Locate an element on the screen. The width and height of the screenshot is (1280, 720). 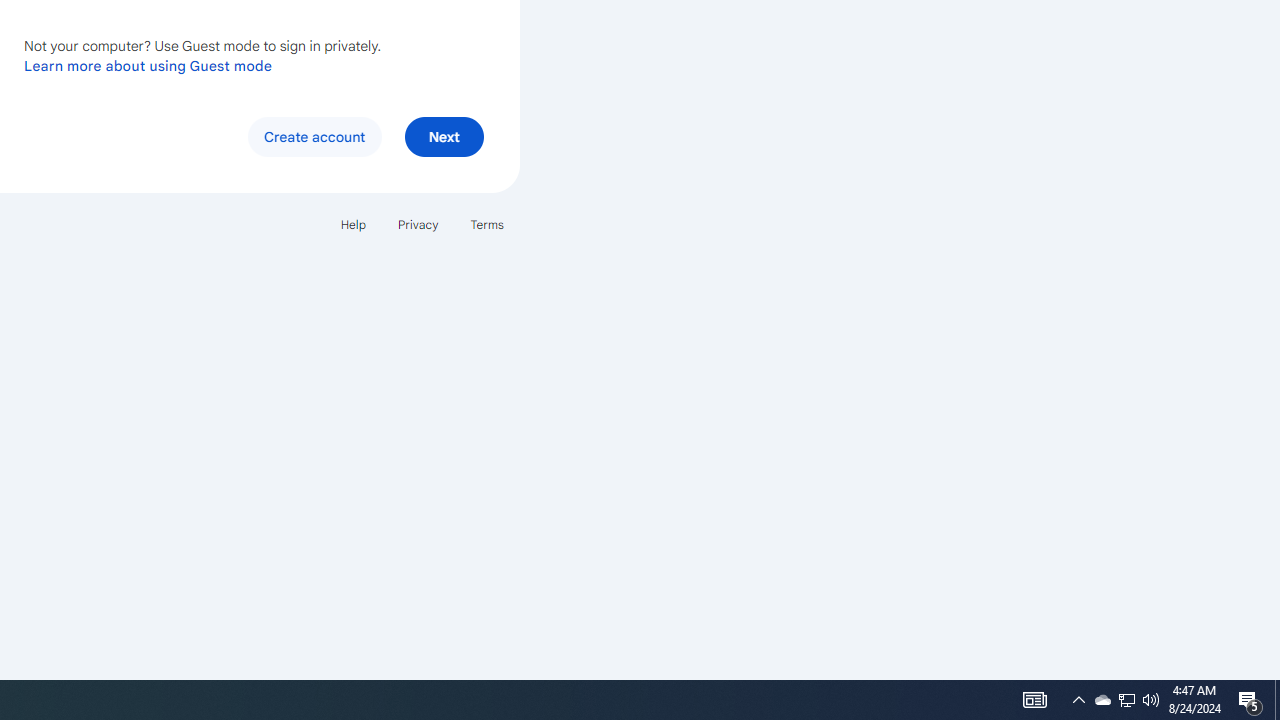
'Privacy' is located at coordinates (416, 224).